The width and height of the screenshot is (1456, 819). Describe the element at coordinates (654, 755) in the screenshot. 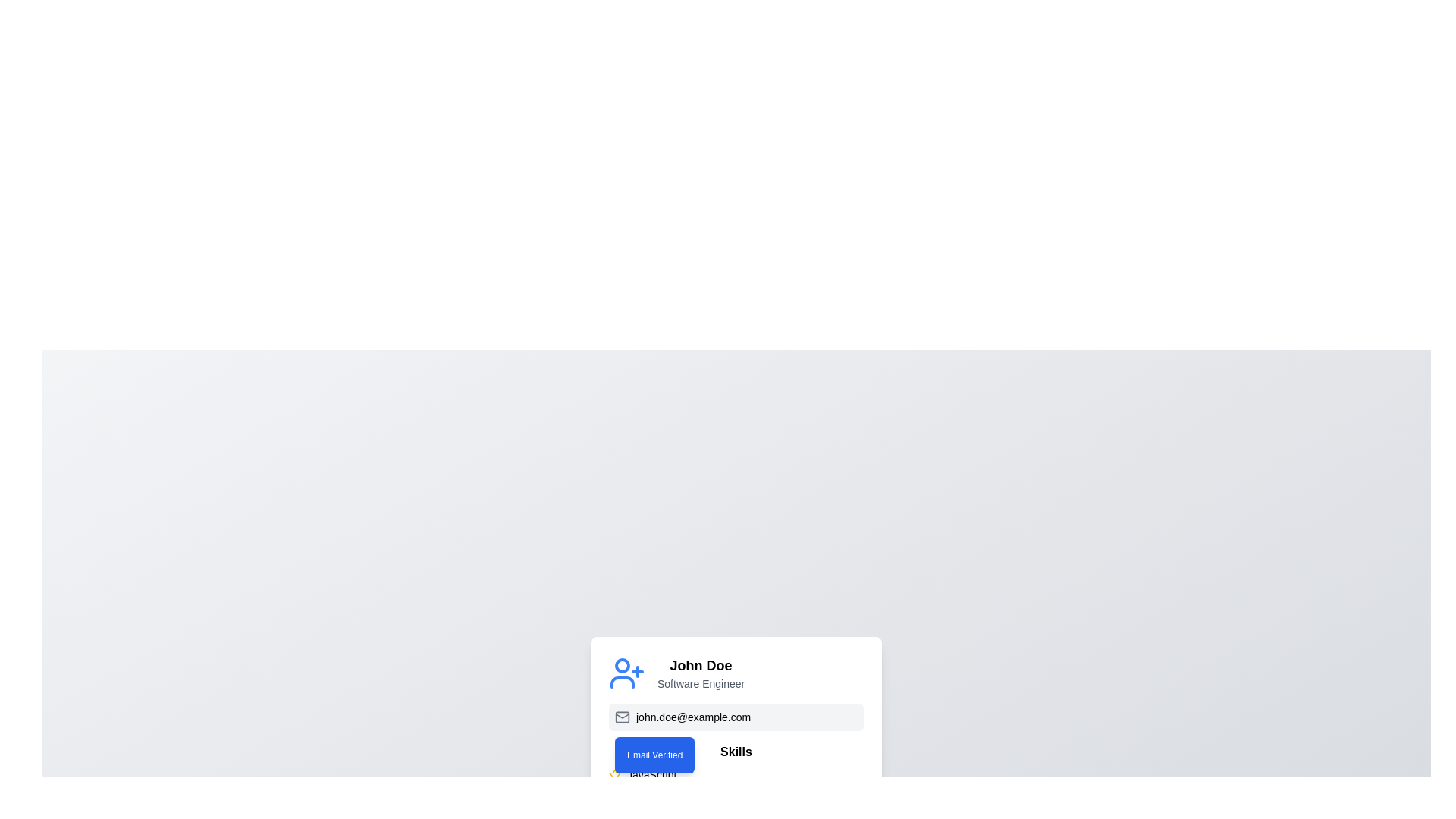

I see `the 'Email Verified' status indicator badge, which is a rectangular notification with a blue background and white text, located below the email address 'john.doe@example.com'` at that location.